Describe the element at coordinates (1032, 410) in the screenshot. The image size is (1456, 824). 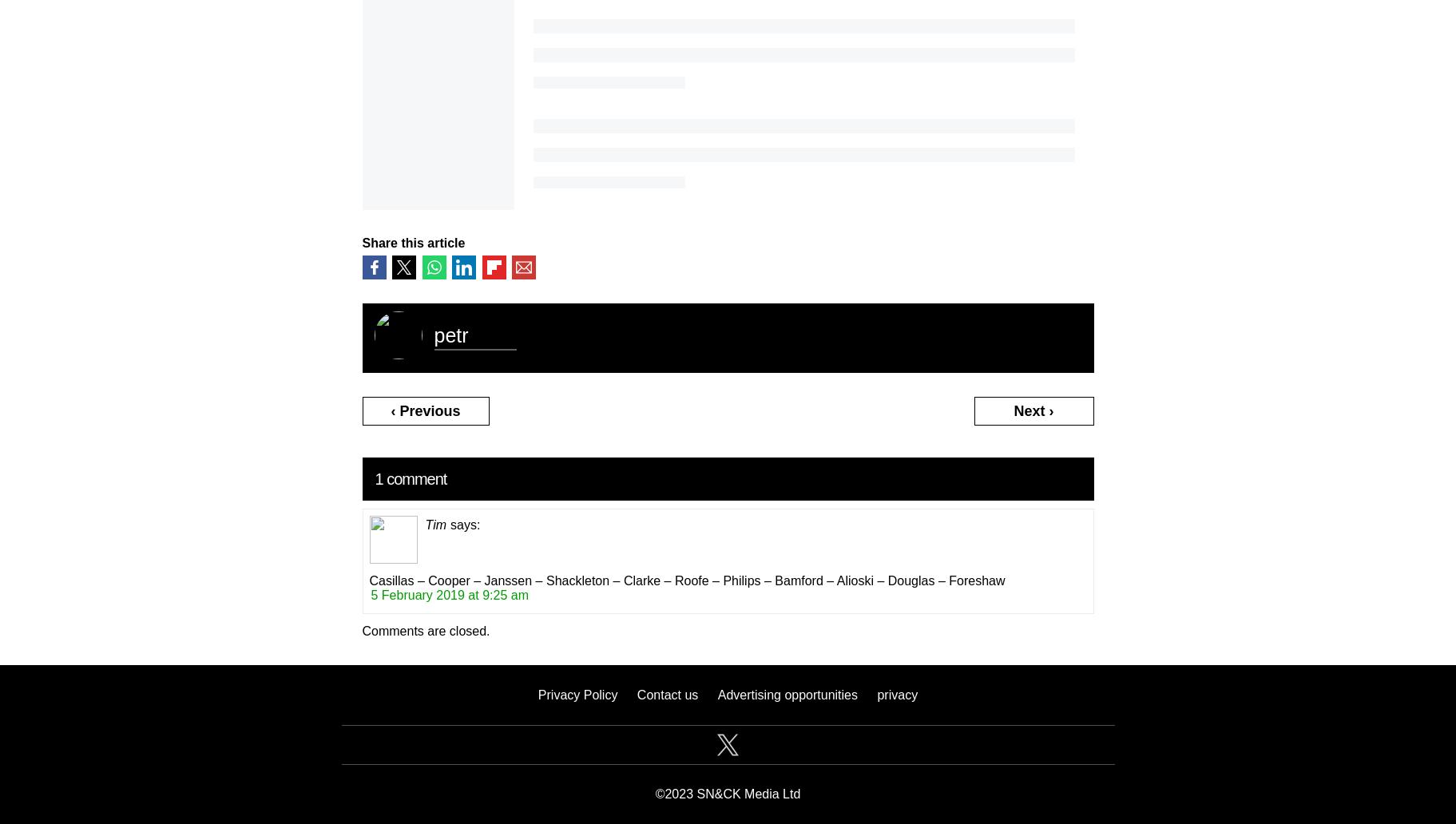
I see `'Next ›'` at that location.